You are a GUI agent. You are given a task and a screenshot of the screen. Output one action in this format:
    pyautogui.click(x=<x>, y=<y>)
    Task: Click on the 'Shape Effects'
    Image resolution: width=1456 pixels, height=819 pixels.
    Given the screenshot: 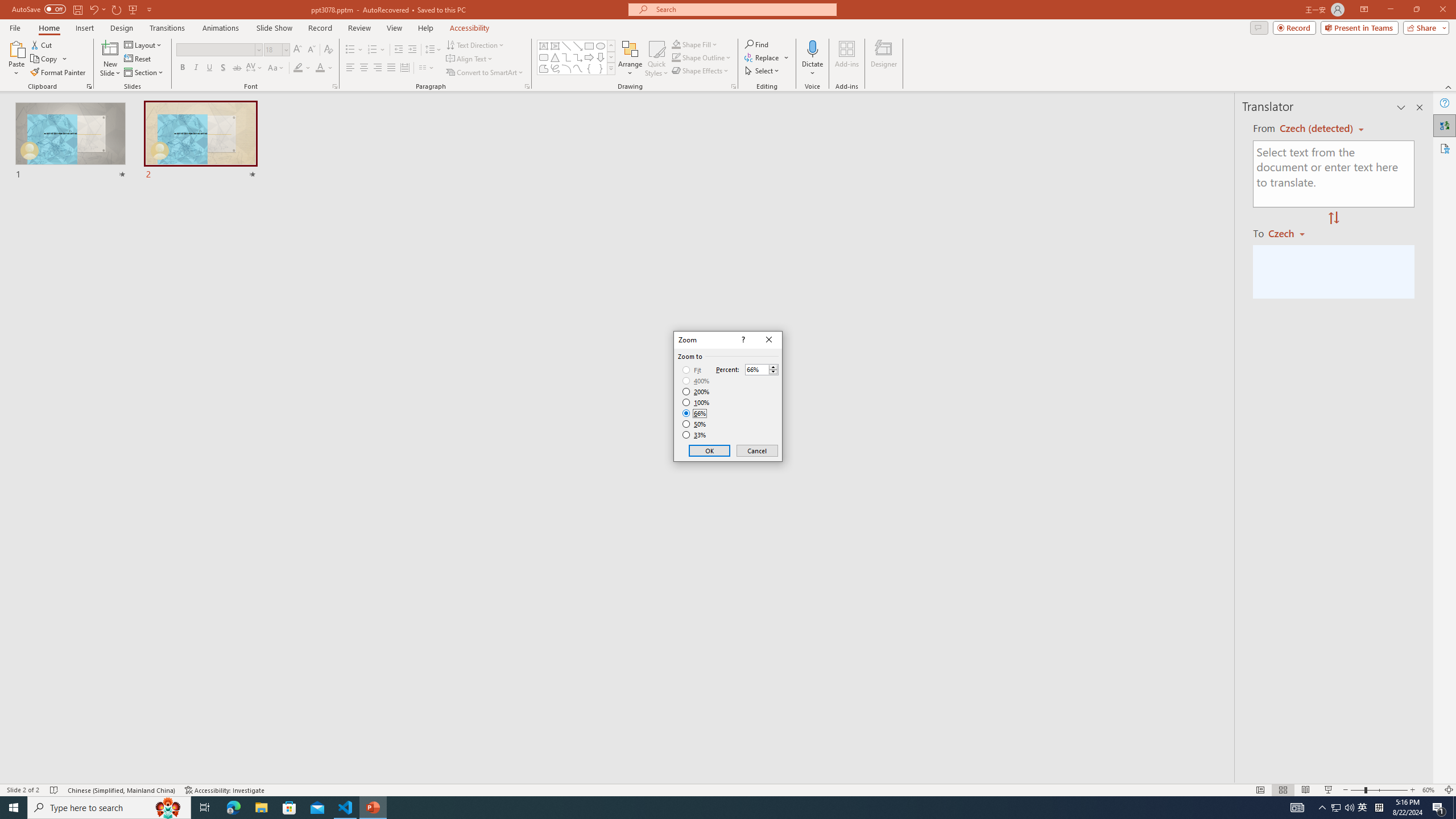 What is the action you would take?
    pyautogui.click(x=700, y=69)
    